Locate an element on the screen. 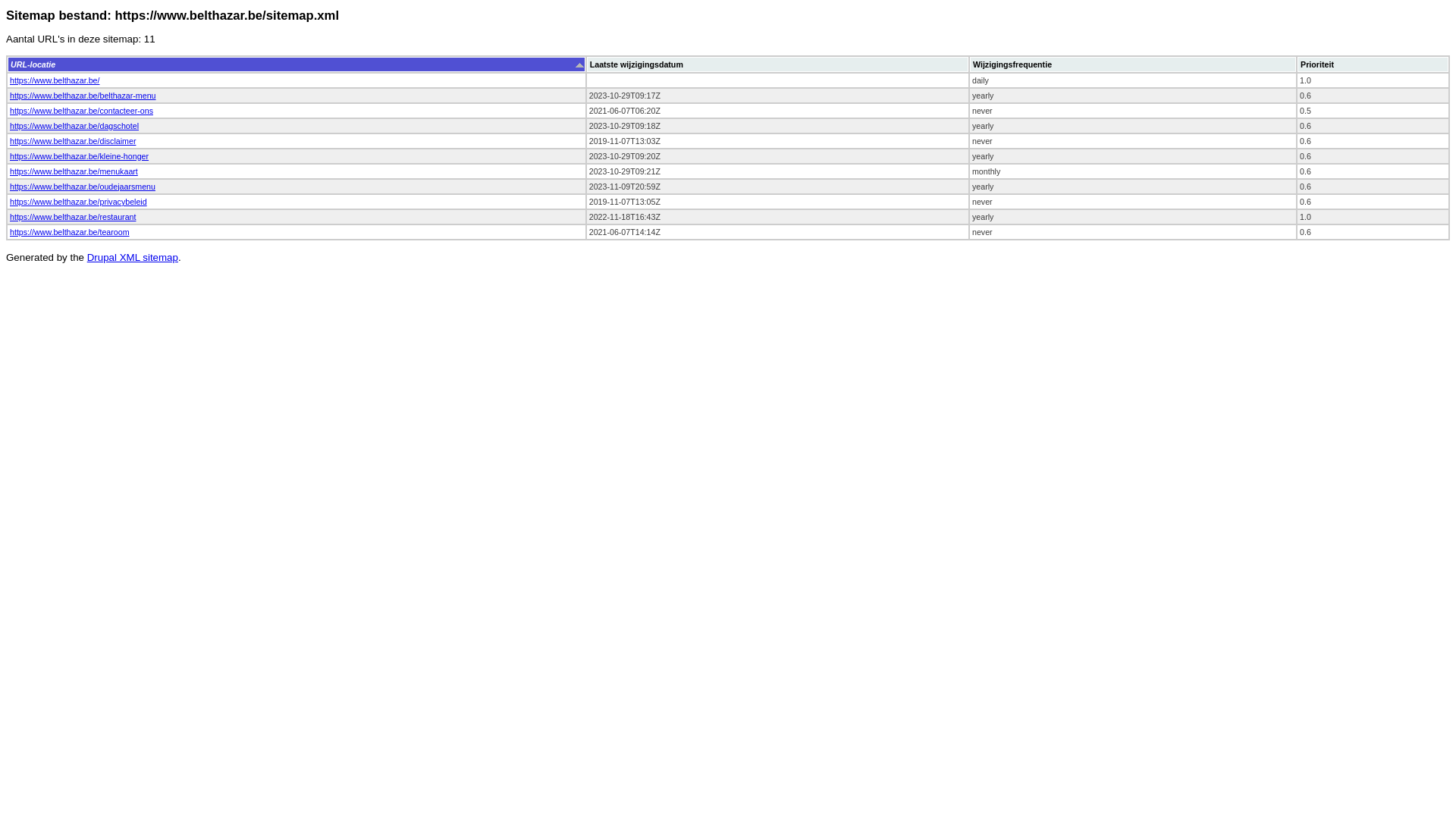 This screenshot has width=1456, height=819. 'https://www.belthazar.be/kleine-honger' is located at coordinates (78, 155).